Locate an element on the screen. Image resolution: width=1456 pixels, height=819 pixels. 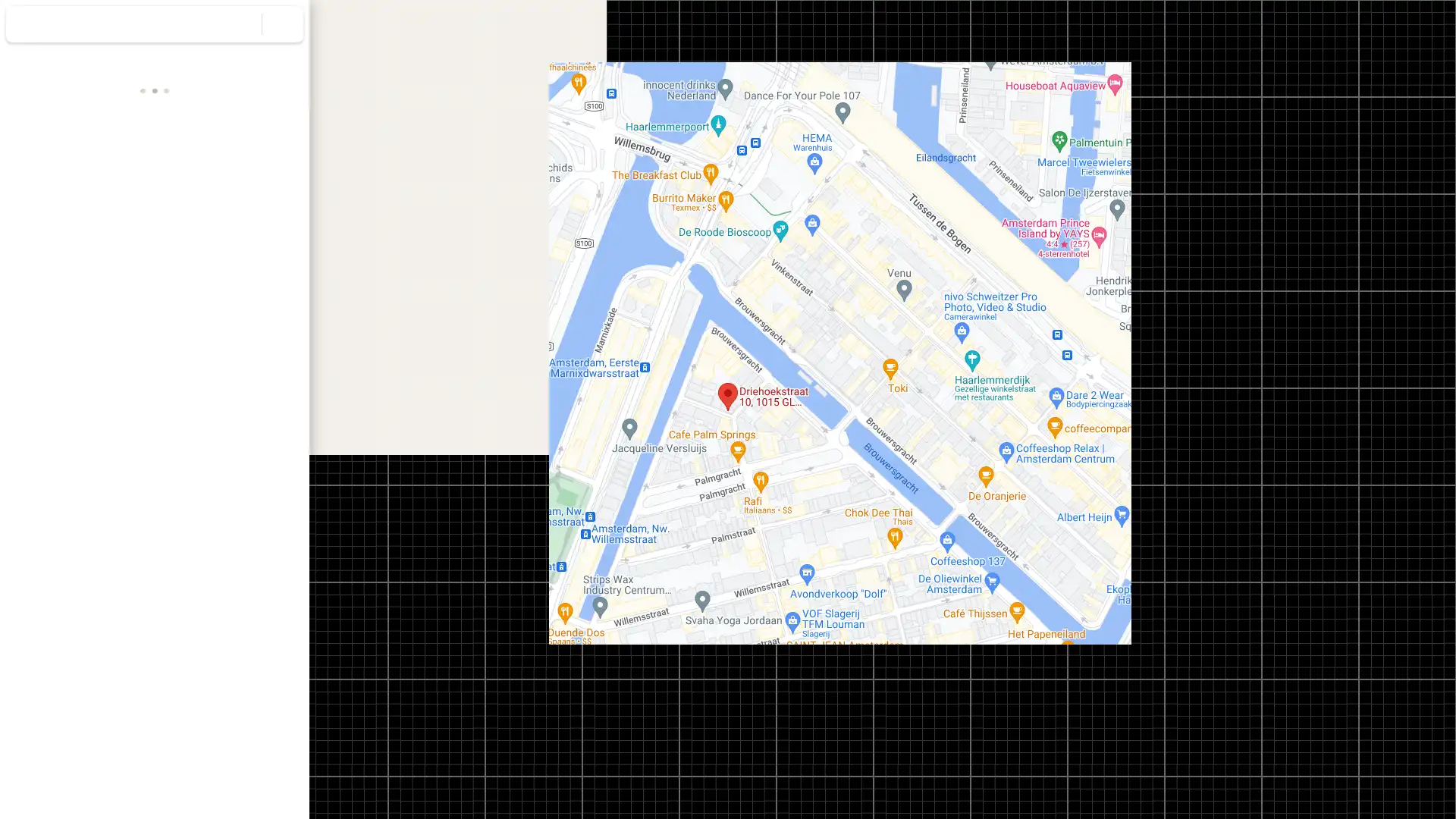
Driehoekstraat 10 delen is located at coordinates (265, 259).